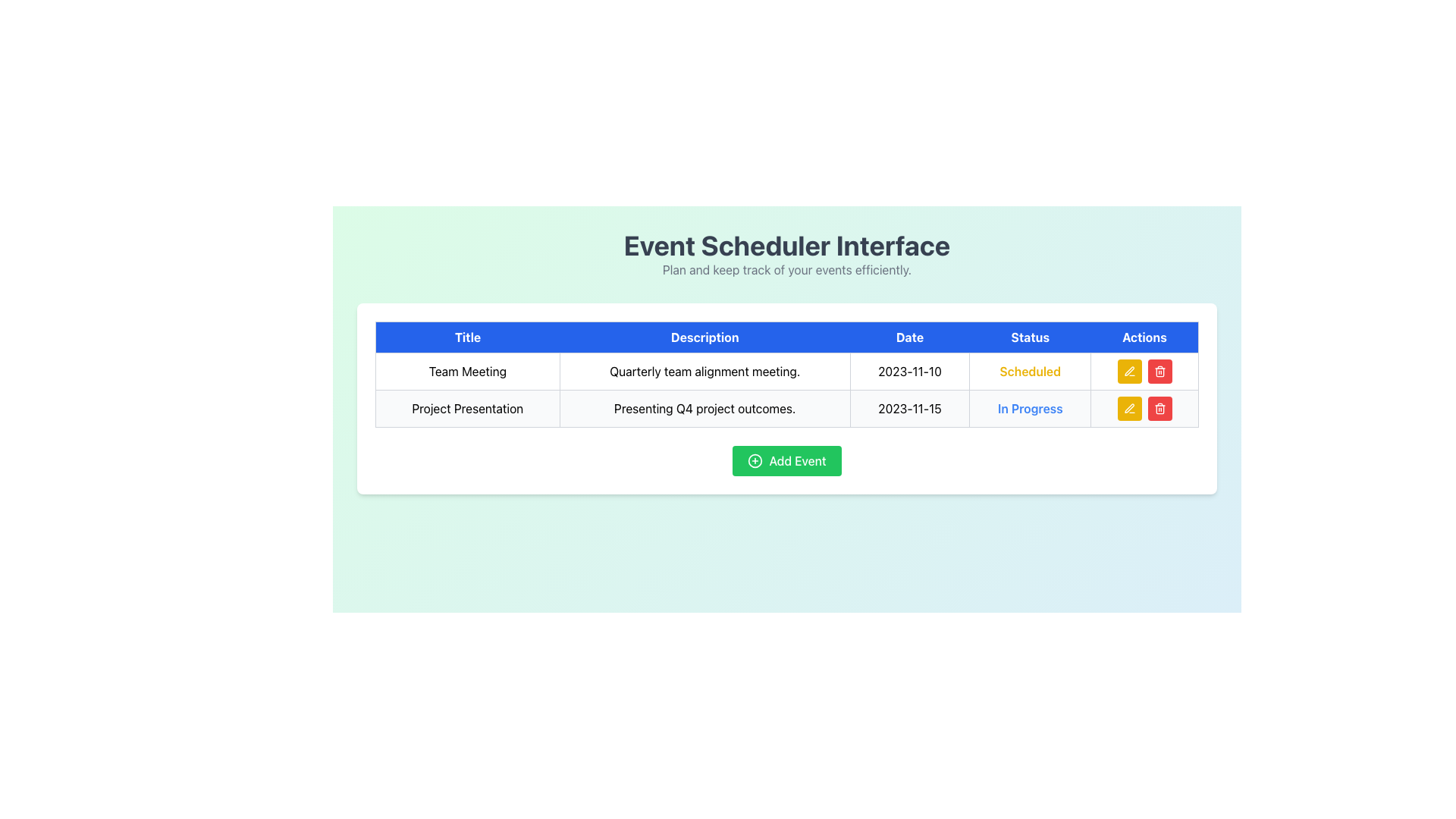 This screenshot has width=1456, height=819. What do you see at coordinates (1030, 408) in the screenshot?
I see `the Text Label indicating the 'In Progress' status of the 'Project Presentation' in the Status column of the second row of the table` at bounding box center [1030, 408].